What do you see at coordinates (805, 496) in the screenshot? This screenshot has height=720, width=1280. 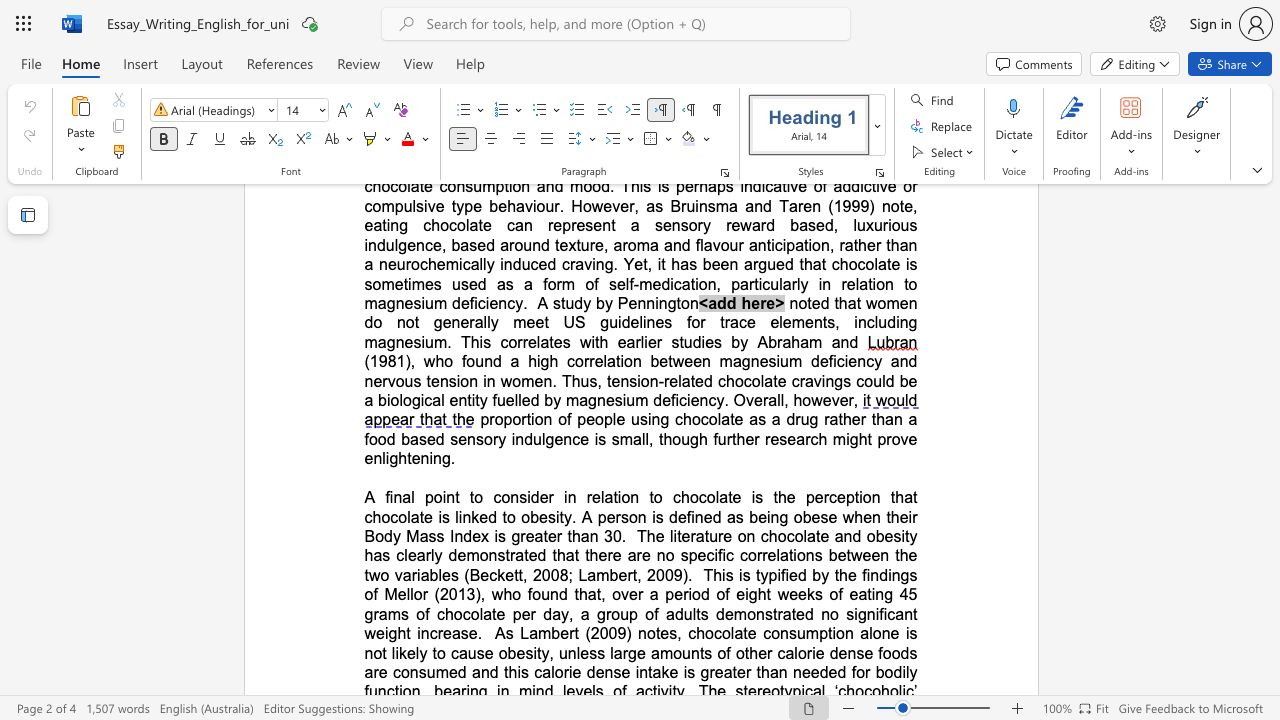 I see `the subset text "percep" within the text "perception"` at bounding box center [805, 496].